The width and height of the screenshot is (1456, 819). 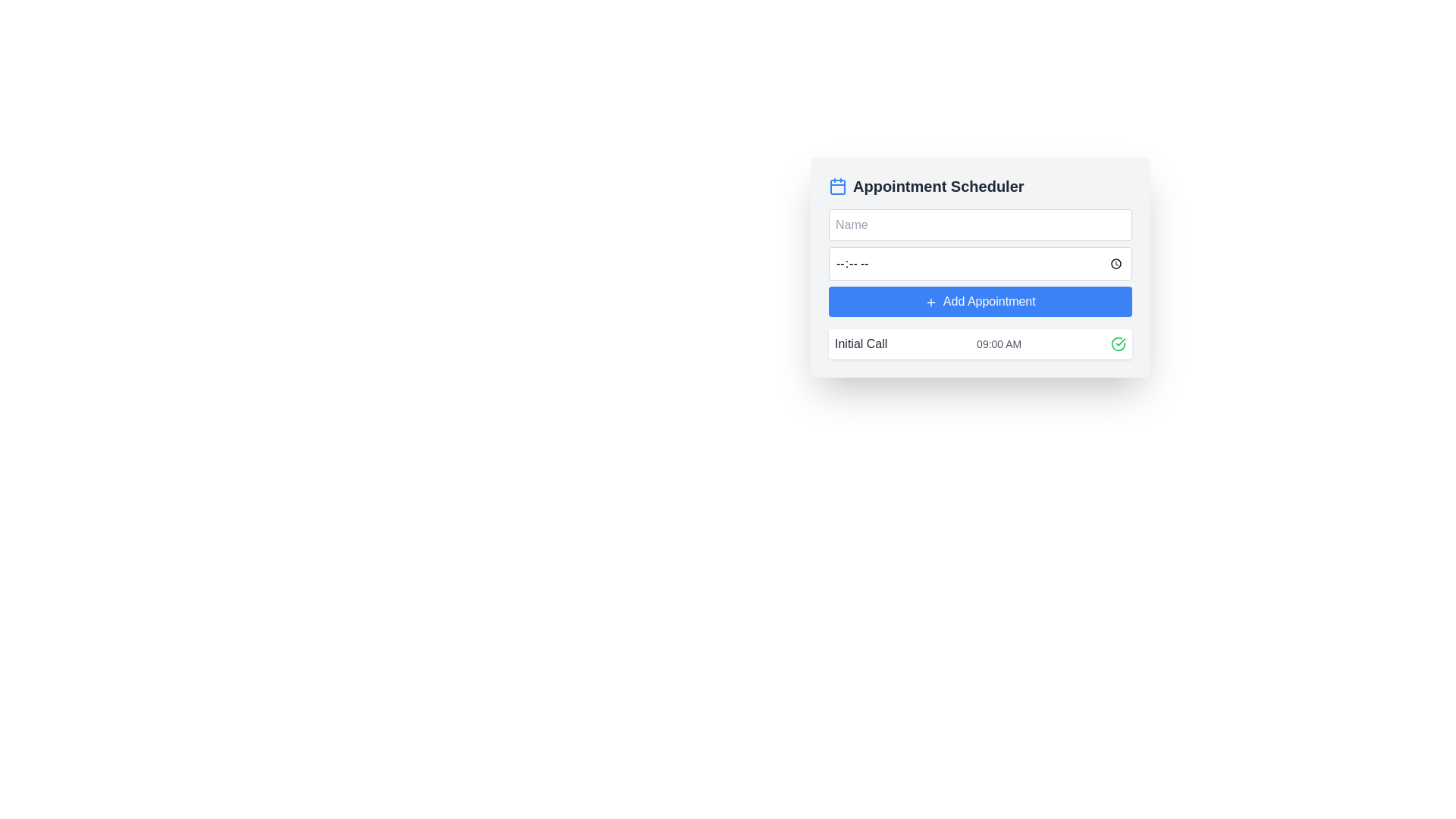 I want to click on a time from the dropdown list of the Time input field located under the 'Name' text input and above the 'Add Appointment' button, so click(x=980, y=262).